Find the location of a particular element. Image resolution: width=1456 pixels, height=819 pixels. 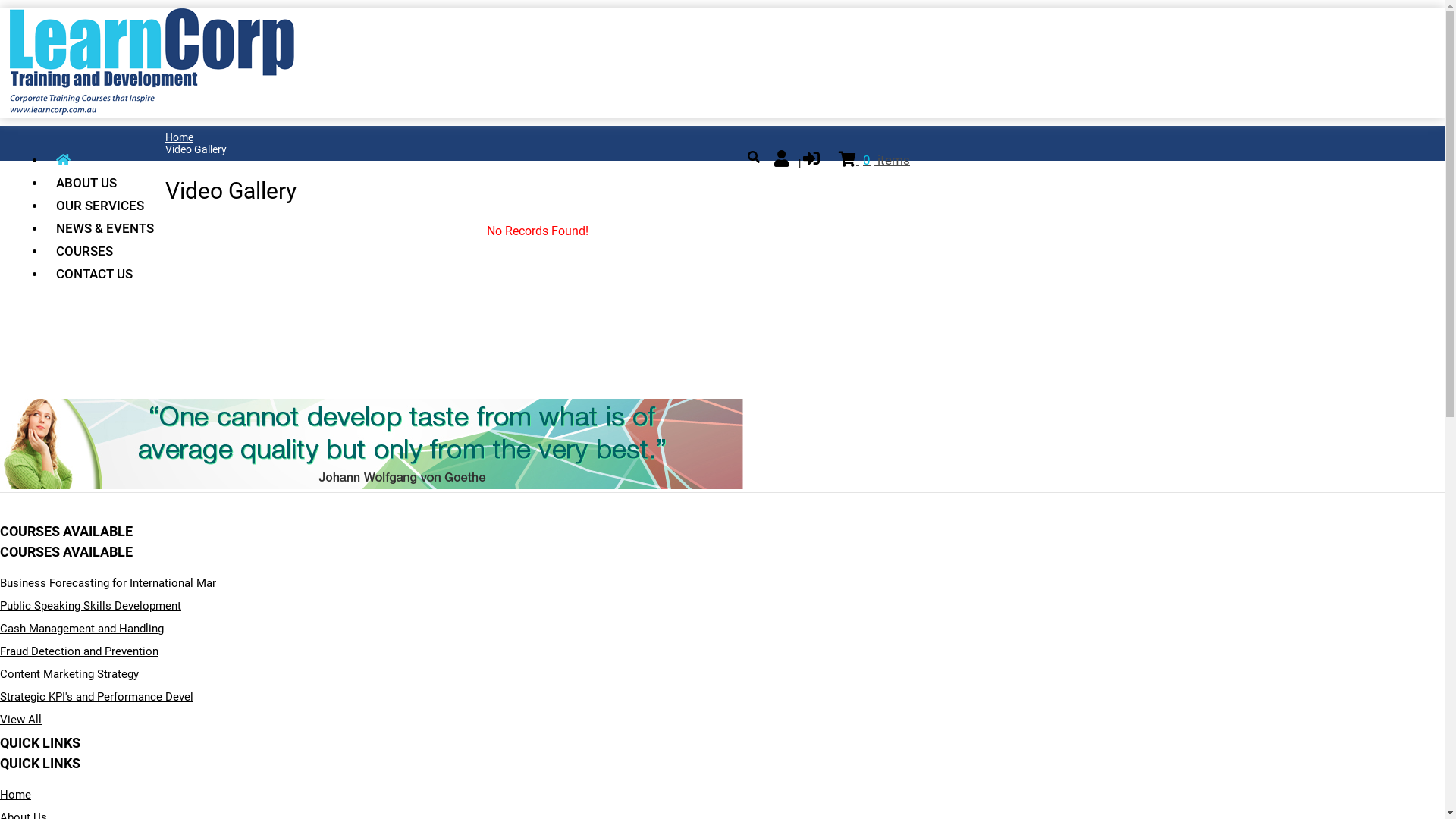

'Content Marketing Strategy' is located at coordinates (68, 673).